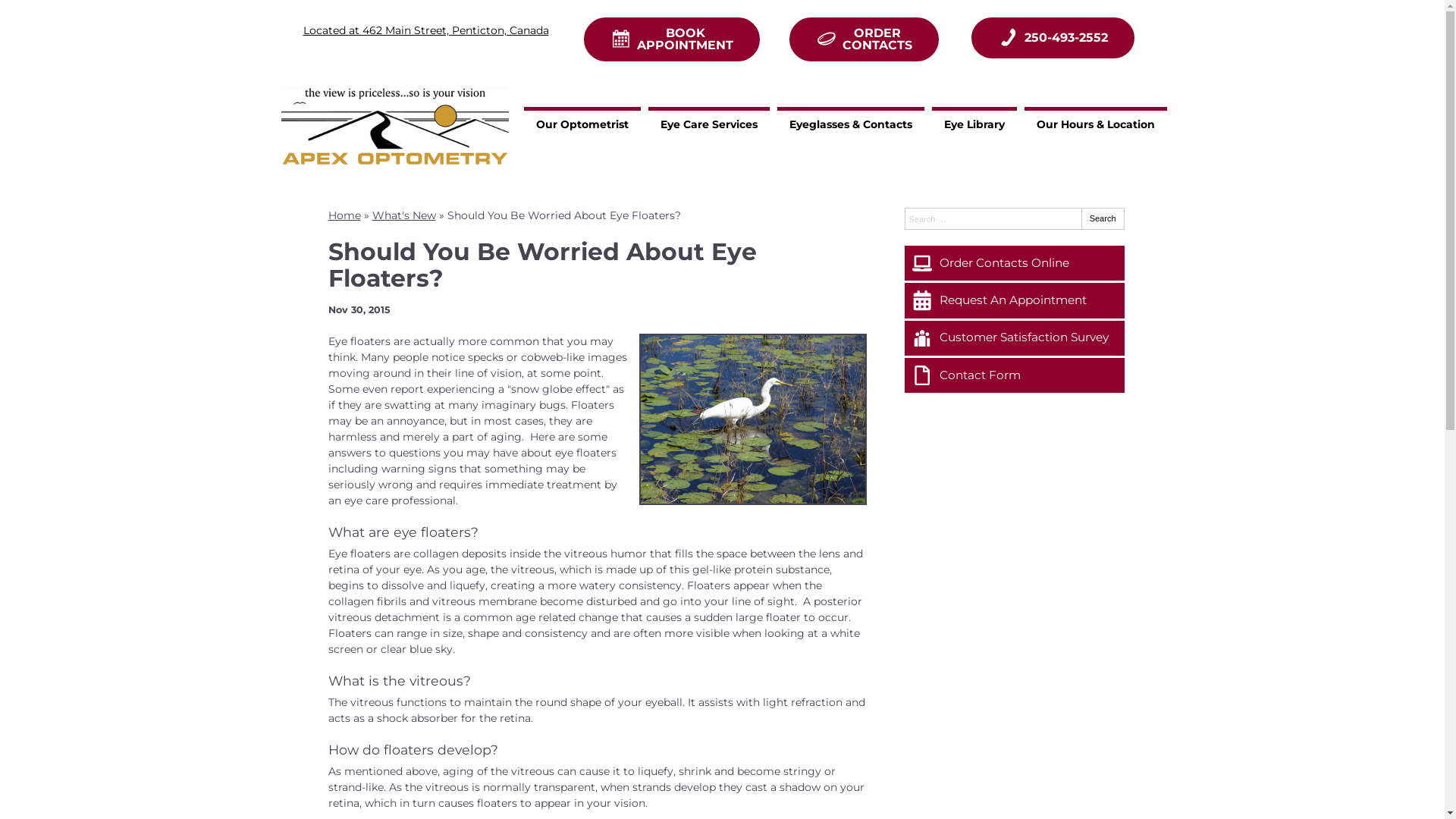 This screenshot has height=819, width=1456. Describe the element at coordinates (425, 30) in the screenshot. I see `'Located at 462 Main Street, Penticton, Canada'` at that location.